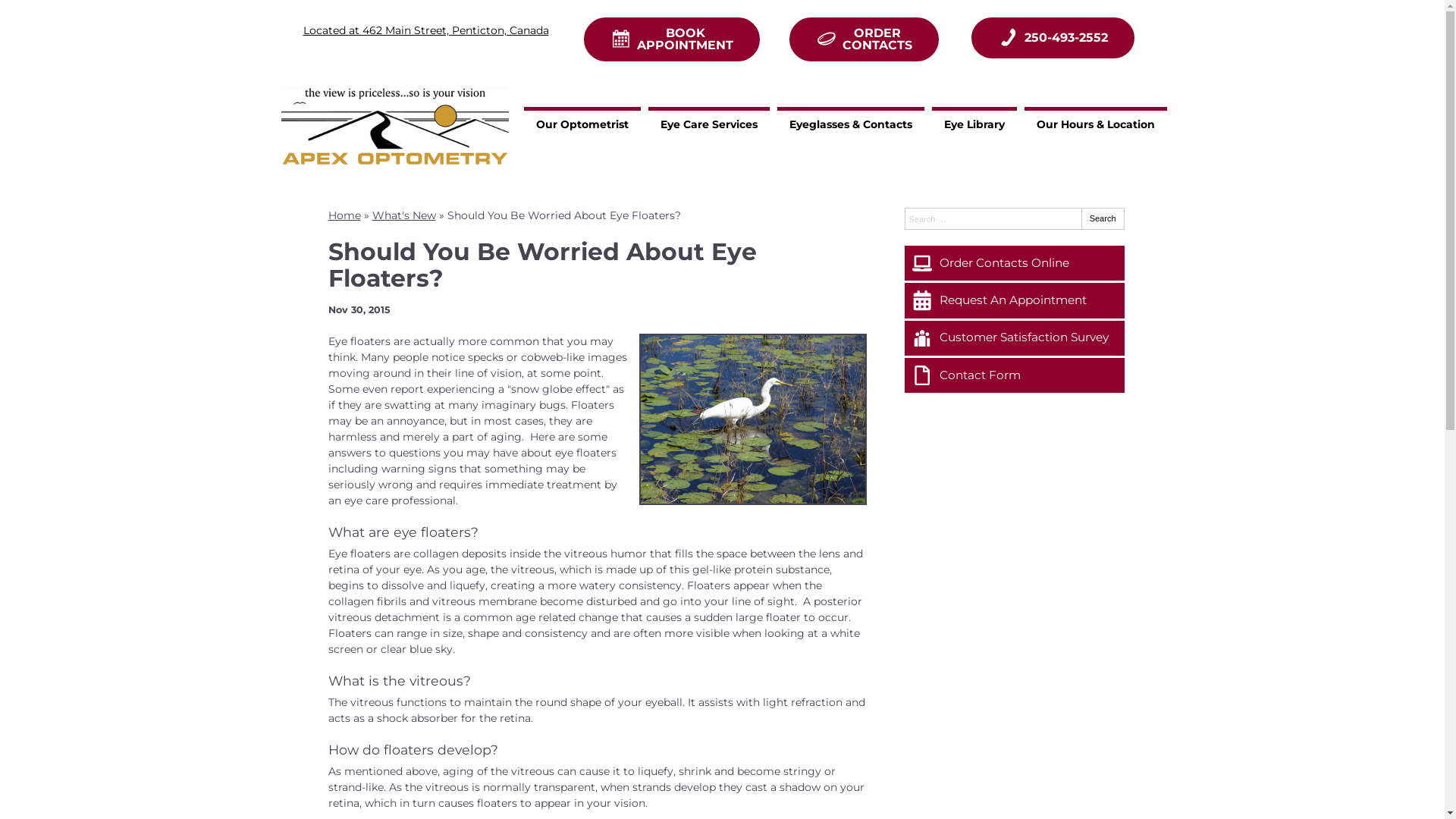 This screenshot has height=819, width=1456. Describe the element at coordinates (425, 30) in the screenshot. I see `'Located at 462 Main Street, Penticton, Canada'` at that location.